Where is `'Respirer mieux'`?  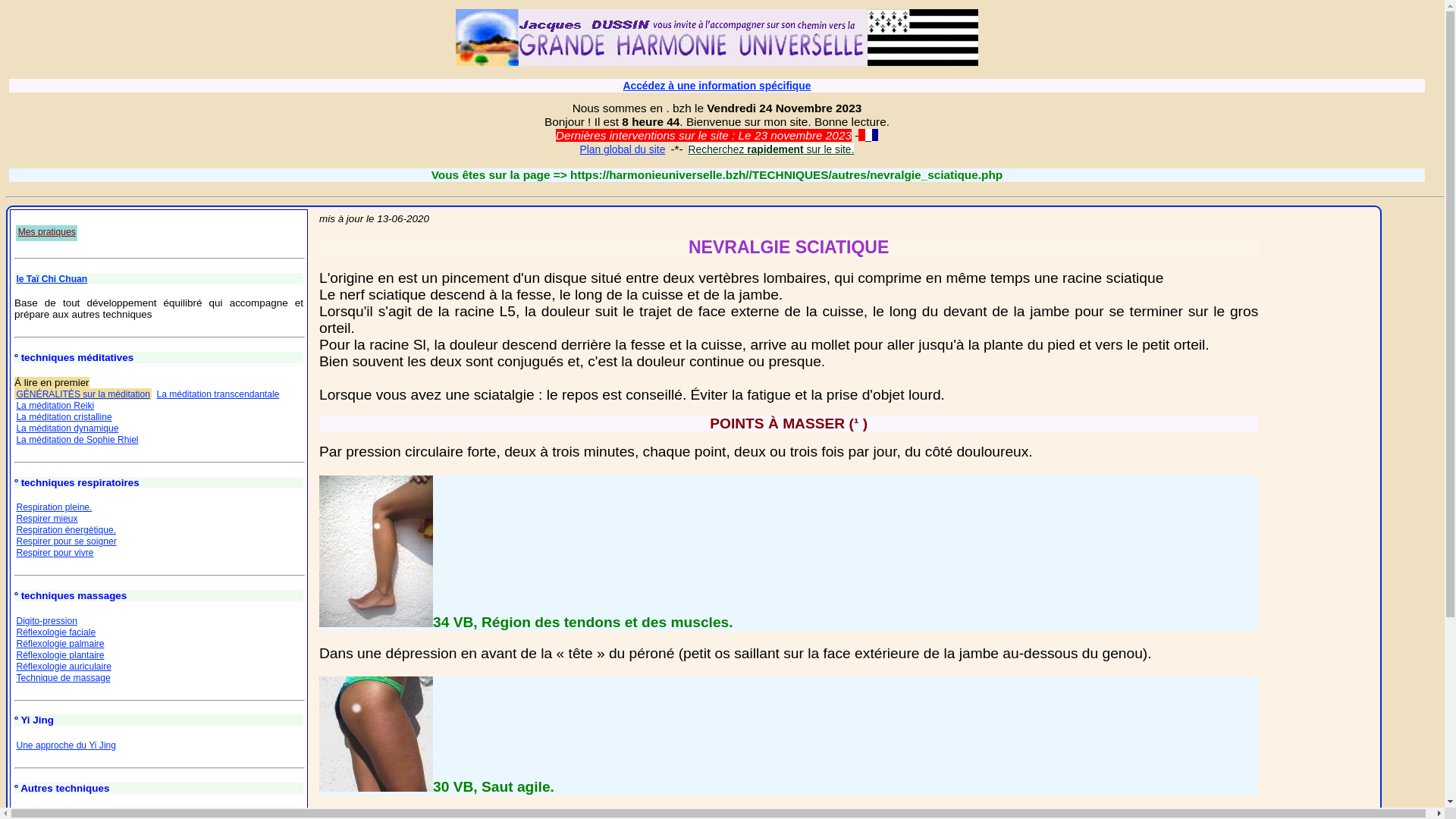
'Respirer mieux' is located at coordinates (46, 517).